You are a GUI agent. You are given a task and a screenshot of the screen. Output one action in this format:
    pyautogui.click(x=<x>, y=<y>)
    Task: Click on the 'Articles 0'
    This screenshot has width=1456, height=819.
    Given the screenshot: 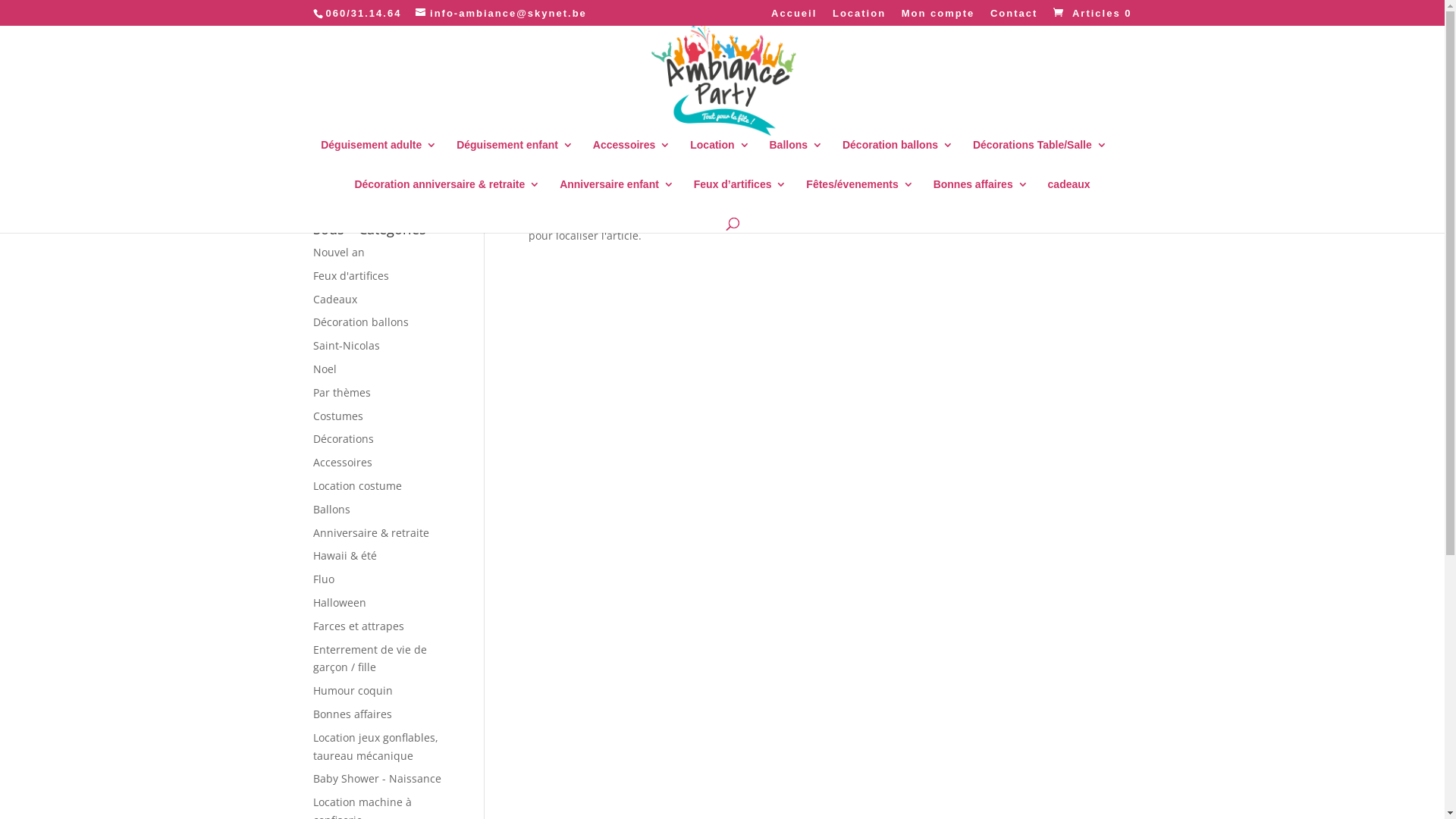 What is the action you would take?
    pyautogui.click(x=1047, y=13)
    